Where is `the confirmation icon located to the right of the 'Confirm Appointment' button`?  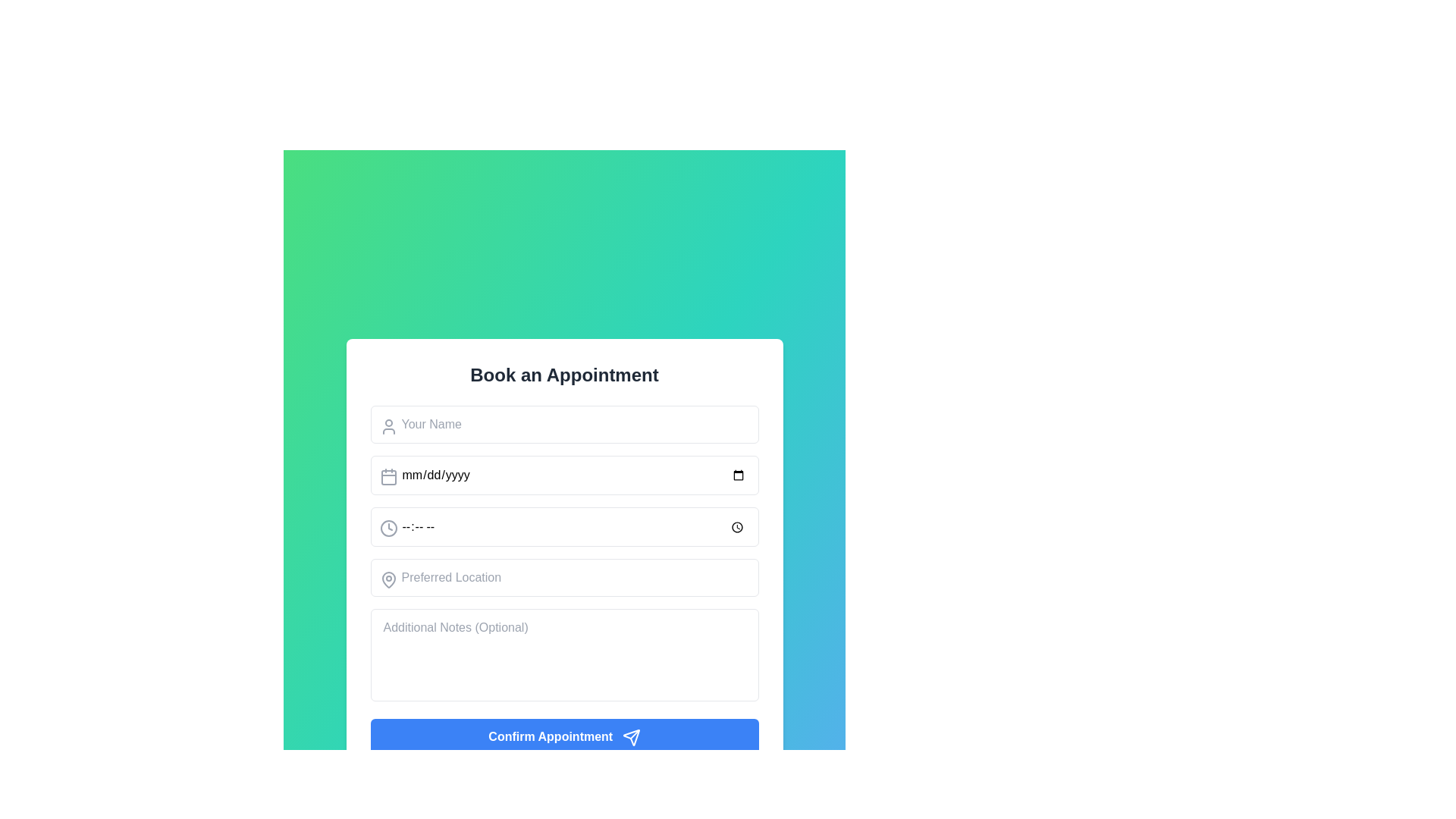 the confirmation icon located to the right of the 'Confirm Appointment' button is located at coordinates (631, 736).